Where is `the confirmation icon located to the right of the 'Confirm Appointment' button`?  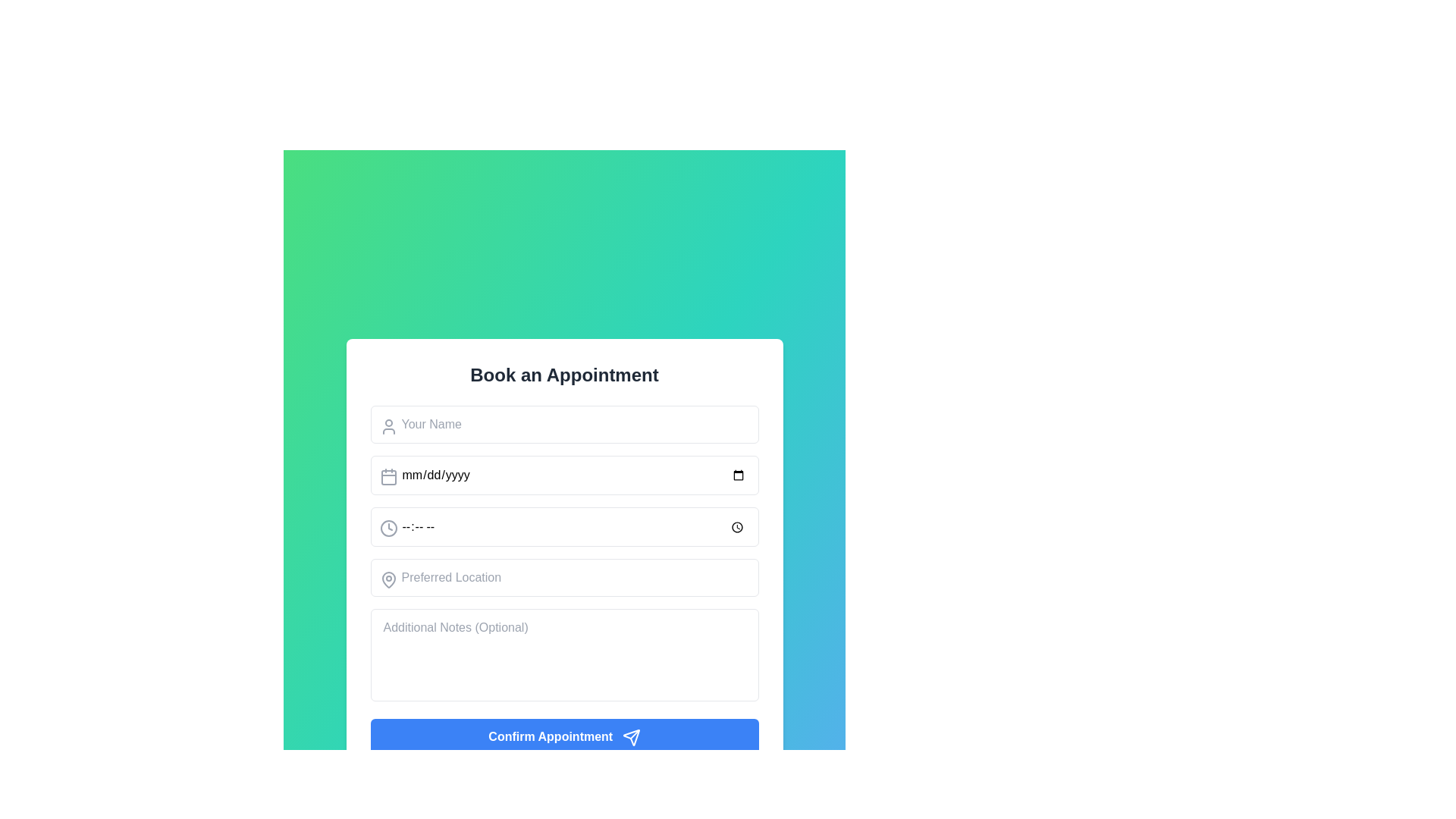 the confirmation icon located to the right of the 'Confirm Appointment' button is located at coordinates (631, 736).